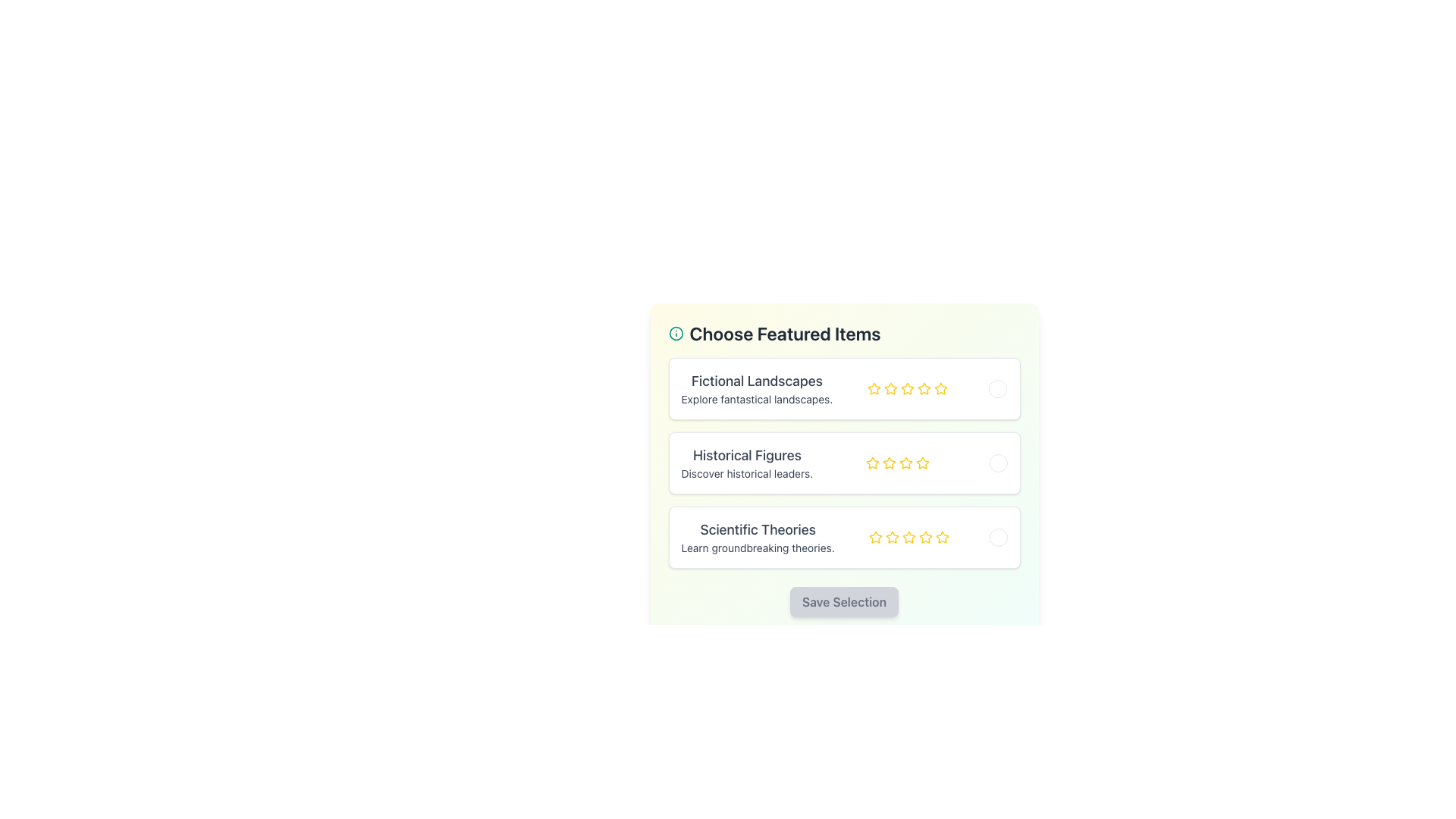 This screenshot has height=819, width=1456. What do you see at coordinates (758, 537) in the screenshot?
I see `the Text Block displaying the title 'Scientific Theories' and subtitle 'Learn groundbreaking theories.' located in the third row of the 'Choose Featured Items' section` at bounding box center [758, 537].